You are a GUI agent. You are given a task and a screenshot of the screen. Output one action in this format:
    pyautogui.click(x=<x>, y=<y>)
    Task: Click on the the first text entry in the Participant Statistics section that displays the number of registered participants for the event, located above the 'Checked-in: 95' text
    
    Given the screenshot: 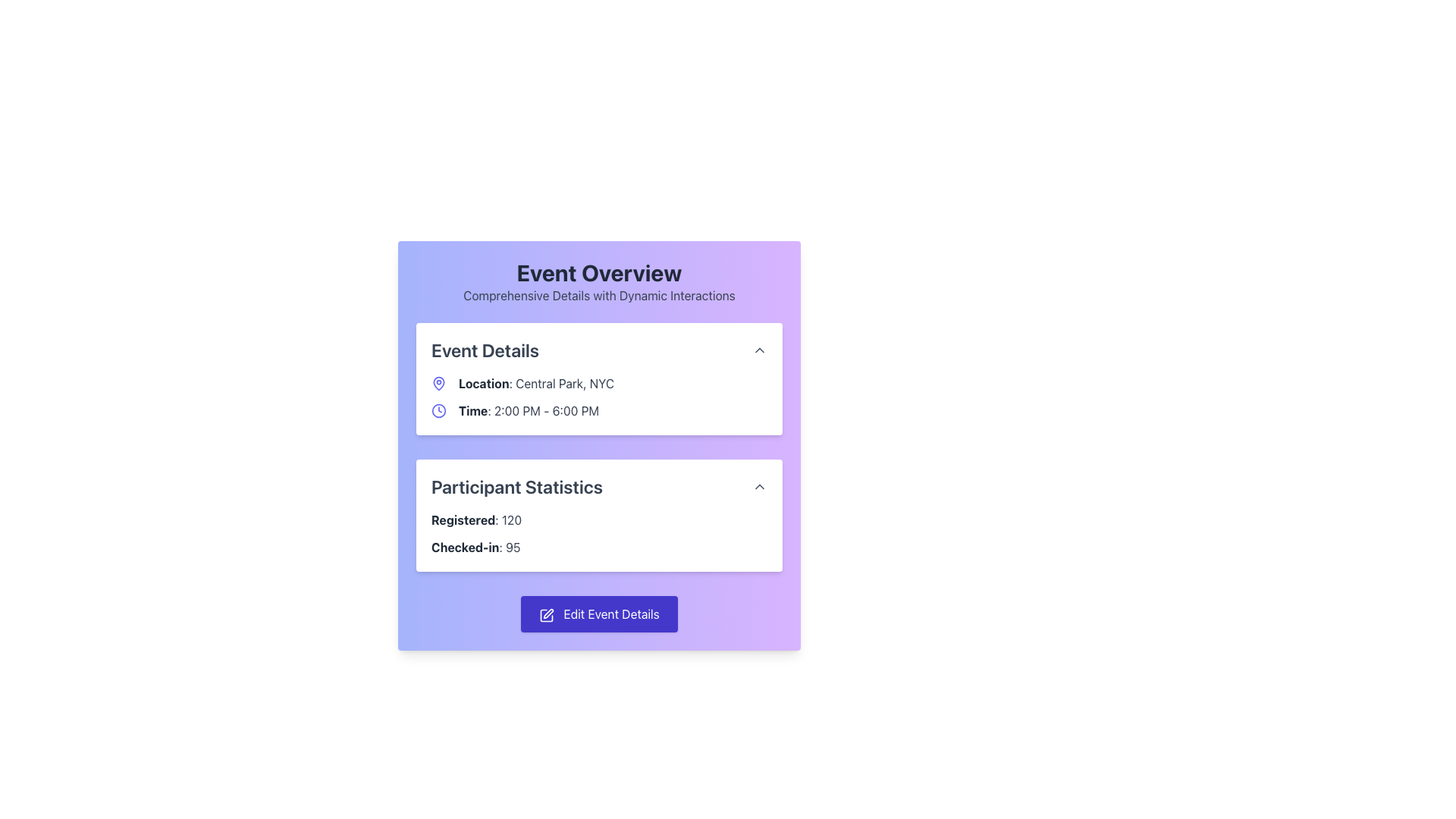 What is the action you would take?
    pyautogui.click(x=475, y=519)
    